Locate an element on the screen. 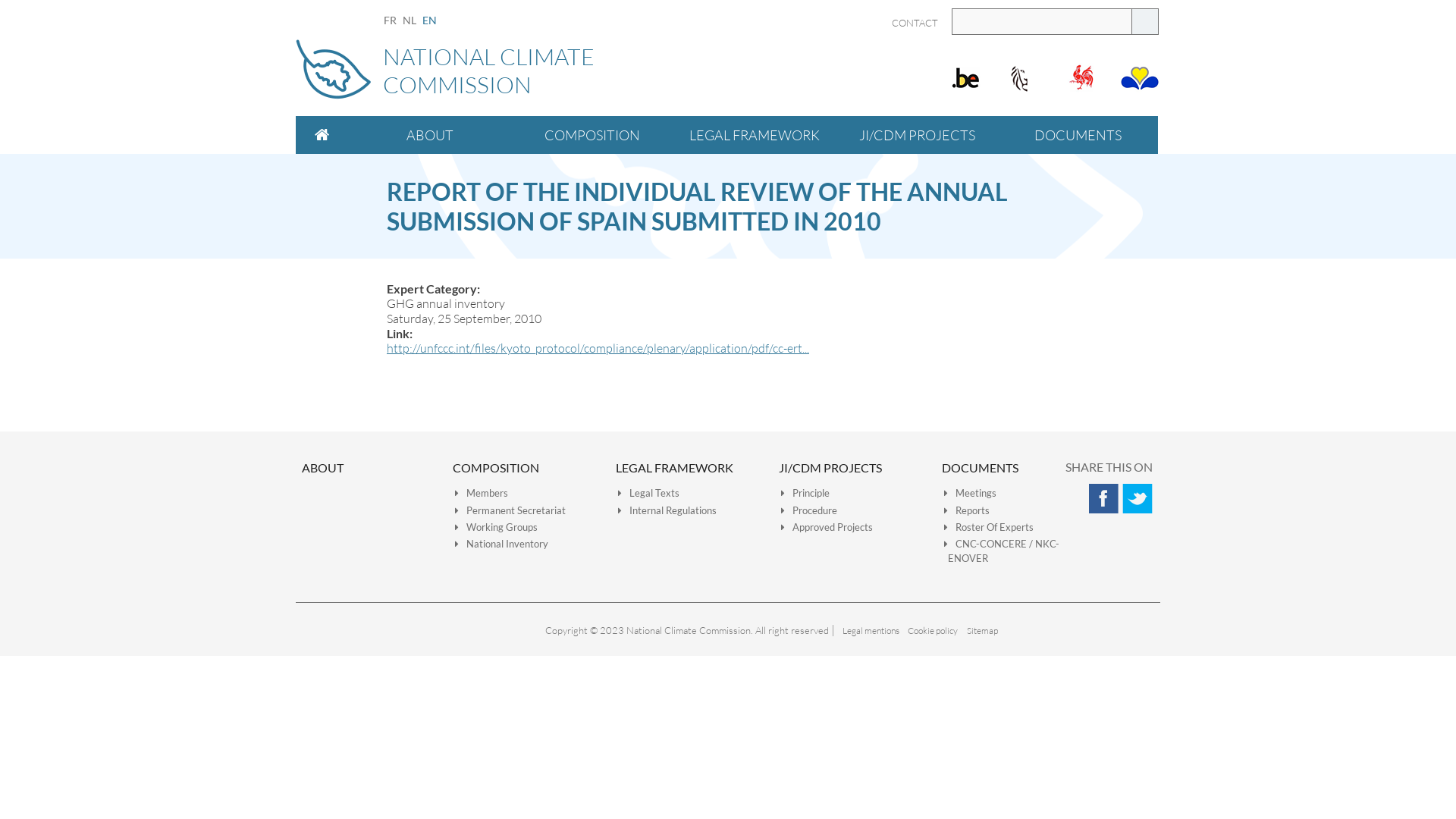 This screenshot has width=1456, height=819. 'Roster Of Experts' is located at coordinates (989, 526).